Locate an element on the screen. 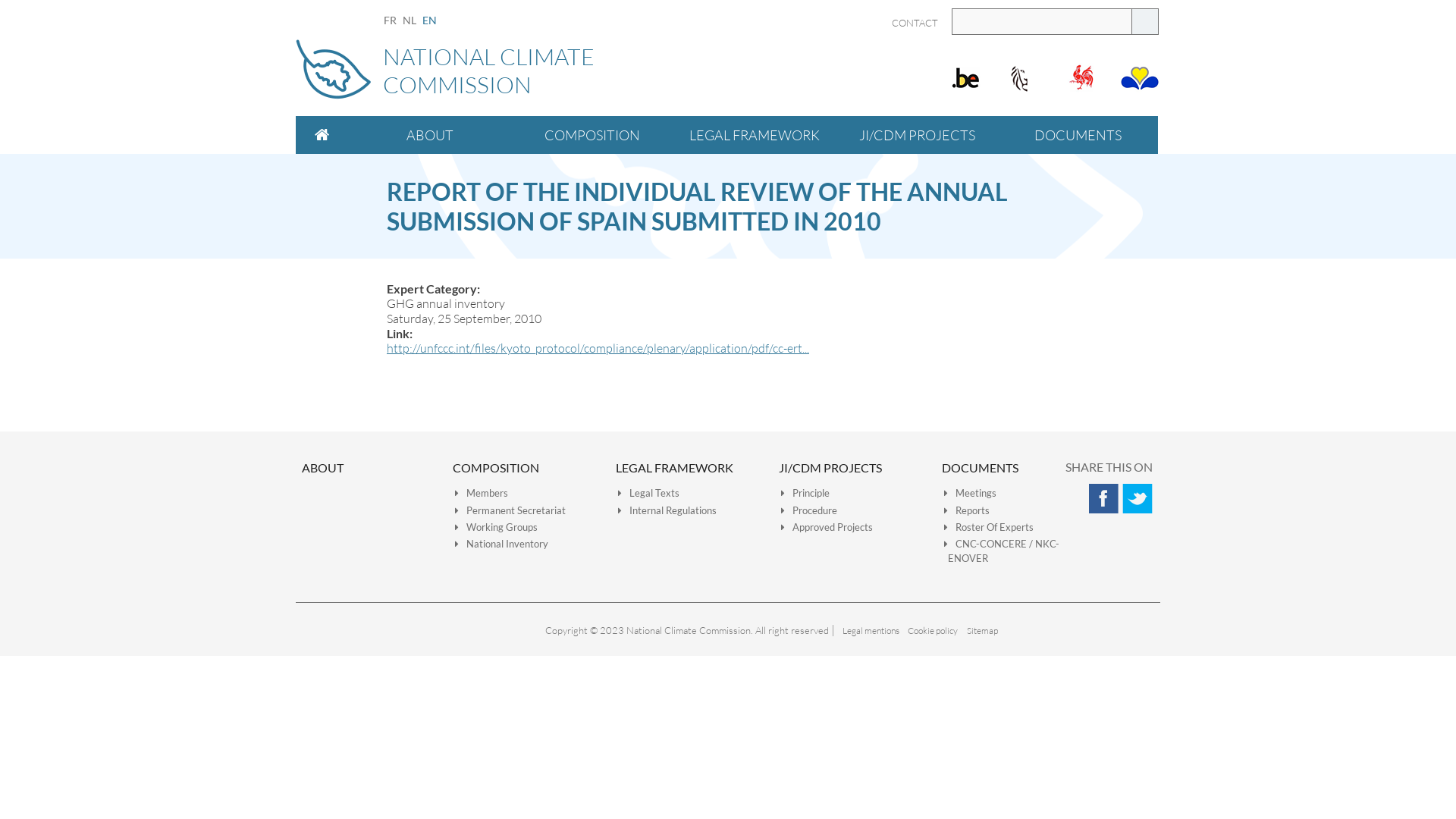 This screenshot has width=1456, height=819. 'Roster Of Experts' is located at coordinates (989, 526).